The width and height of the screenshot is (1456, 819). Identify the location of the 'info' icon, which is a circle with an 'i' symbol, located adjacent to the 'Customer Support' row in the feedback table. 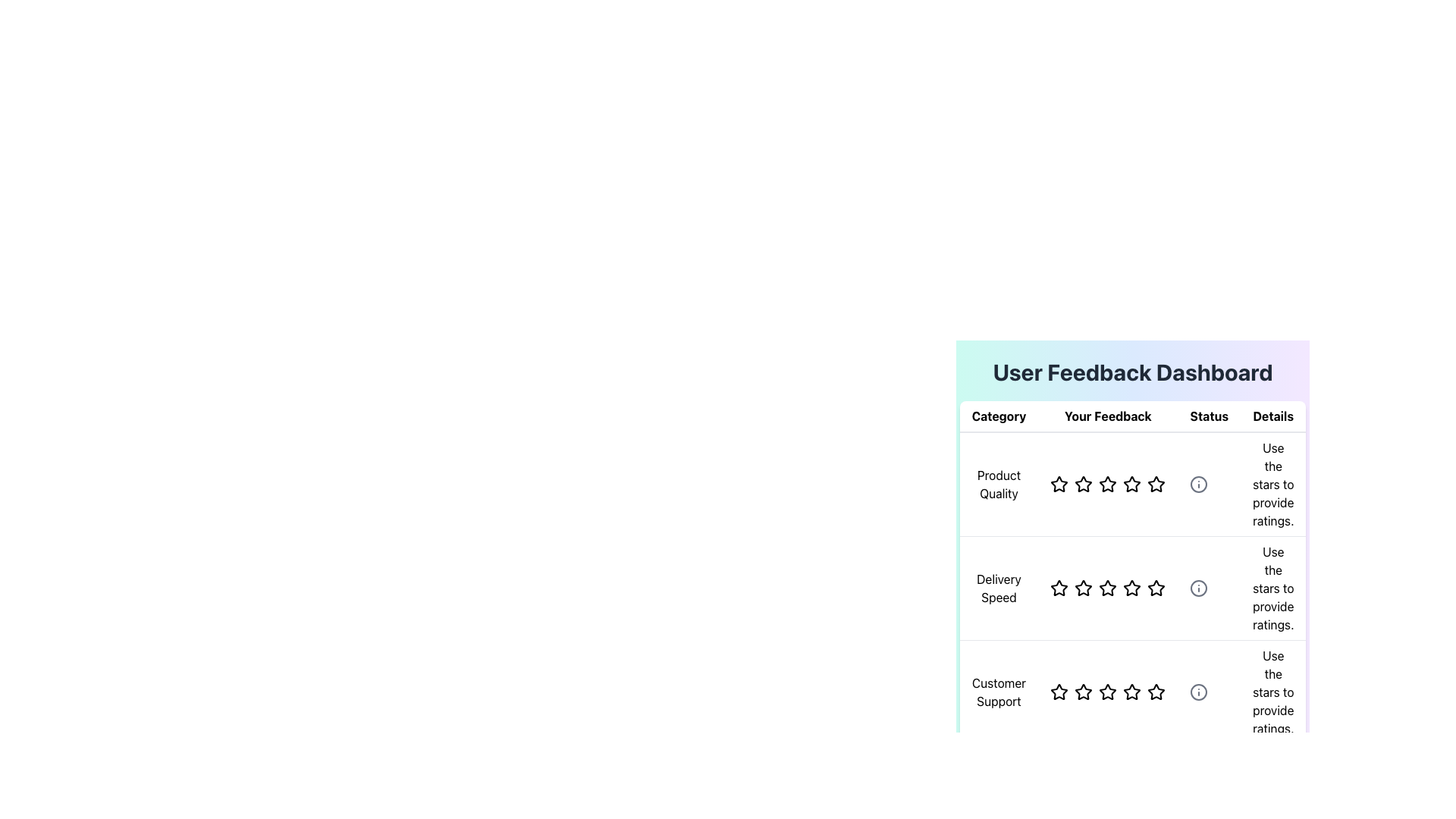
(1198, 692).